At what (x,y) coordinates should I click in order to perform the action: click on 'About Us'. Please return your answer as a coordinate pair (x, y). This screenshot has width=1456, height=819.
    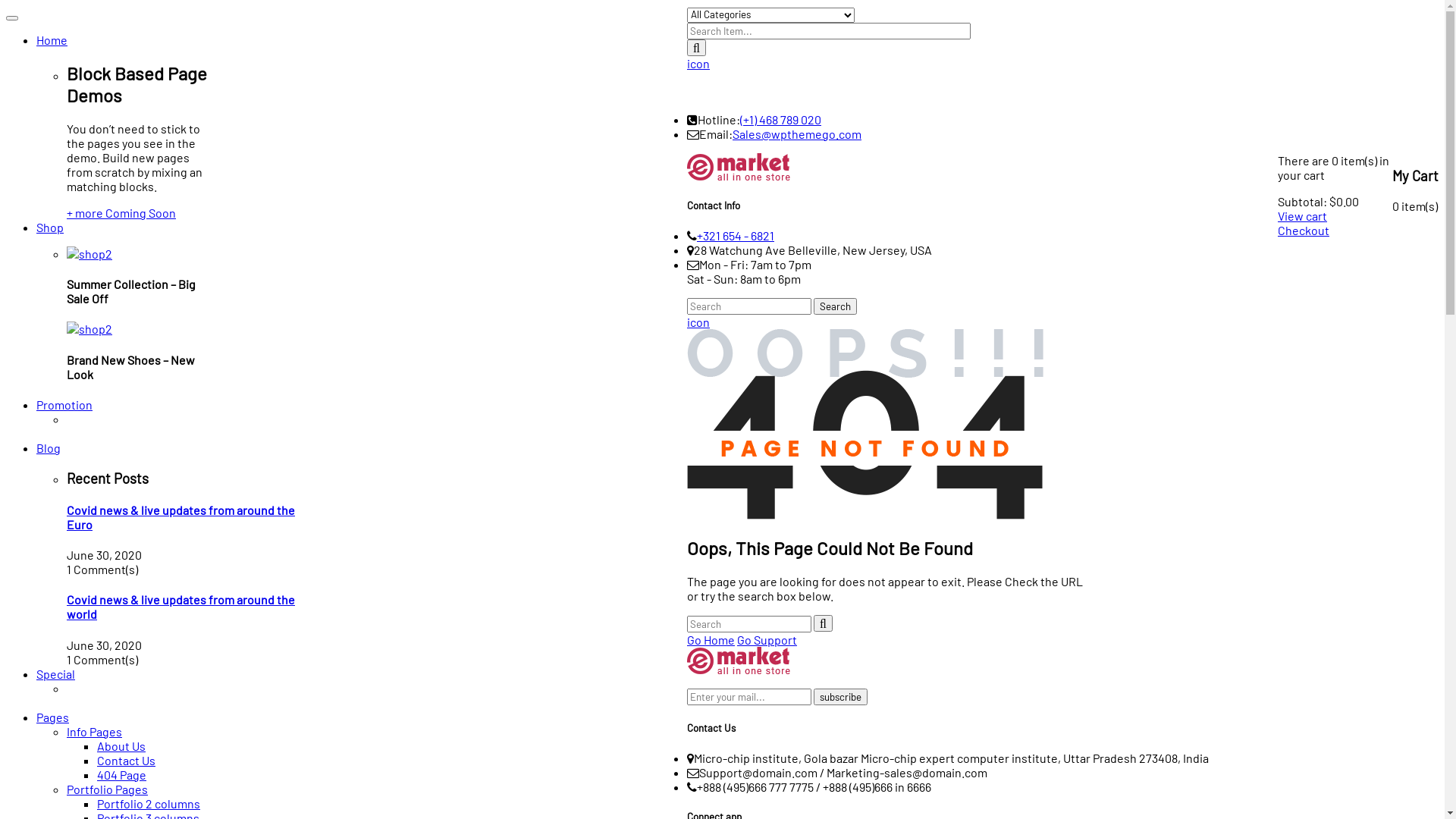
    Looking at the image, I should click on (96, 745).